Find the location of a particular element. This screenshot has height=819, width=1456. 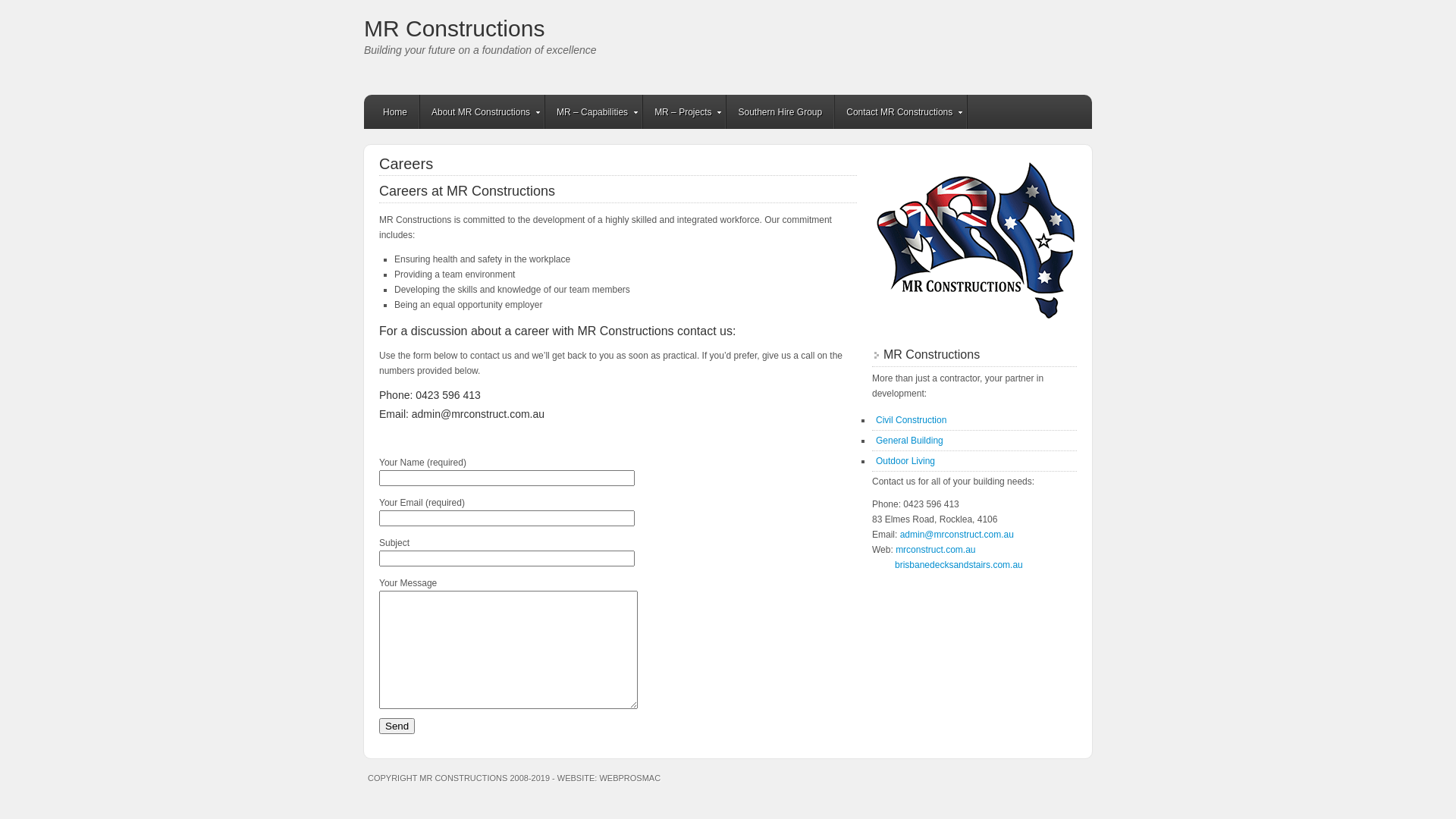

'Southern Hire Group' is located at coordinates (780, 111).